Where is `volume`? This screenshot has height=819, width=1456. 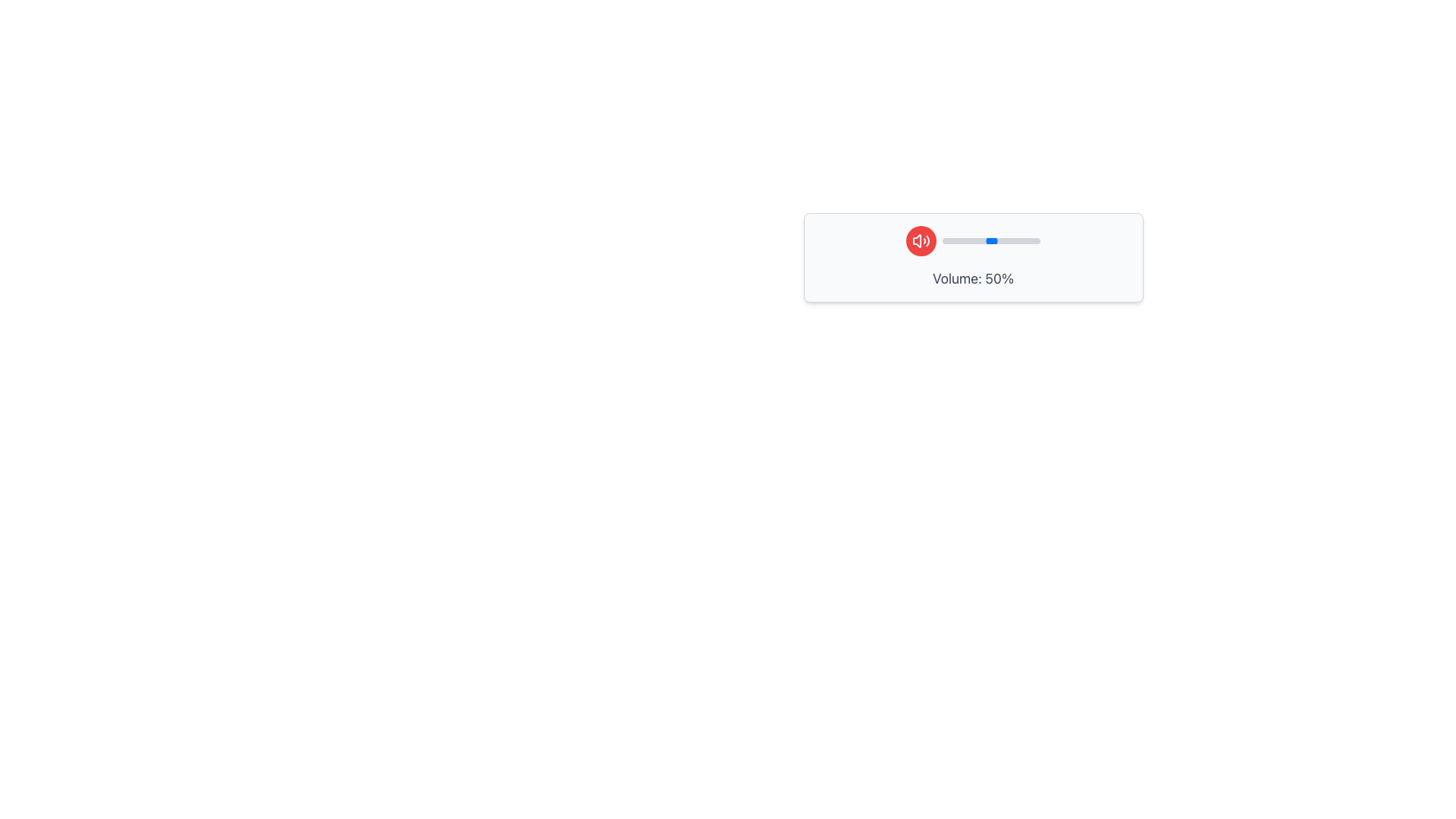 volume is located at coordinates (951, 240).